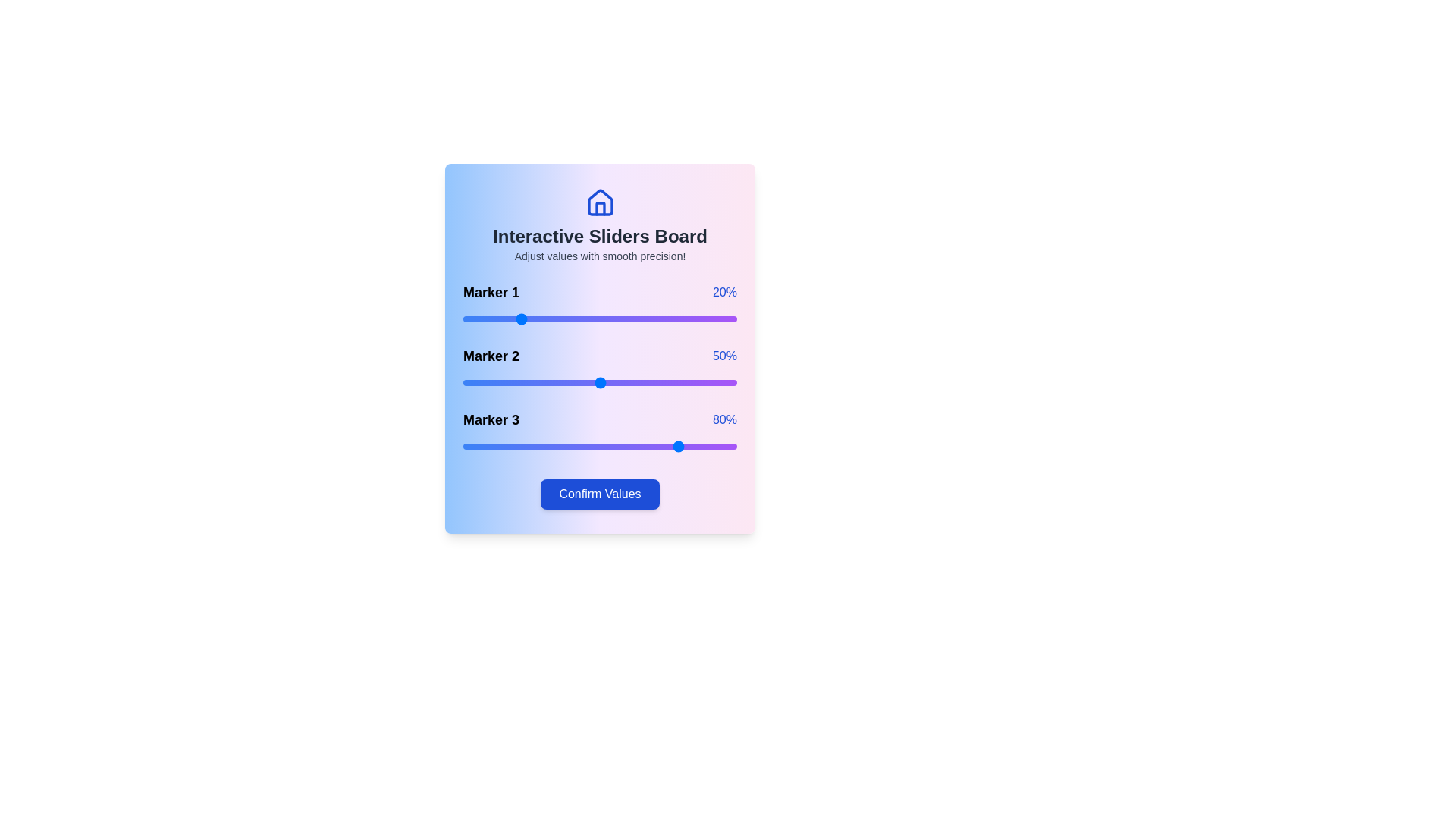 The width and height of the screenshot is (1456, 819). I want to click on the slider for Marker 1 to 27%, so click(537, 318).